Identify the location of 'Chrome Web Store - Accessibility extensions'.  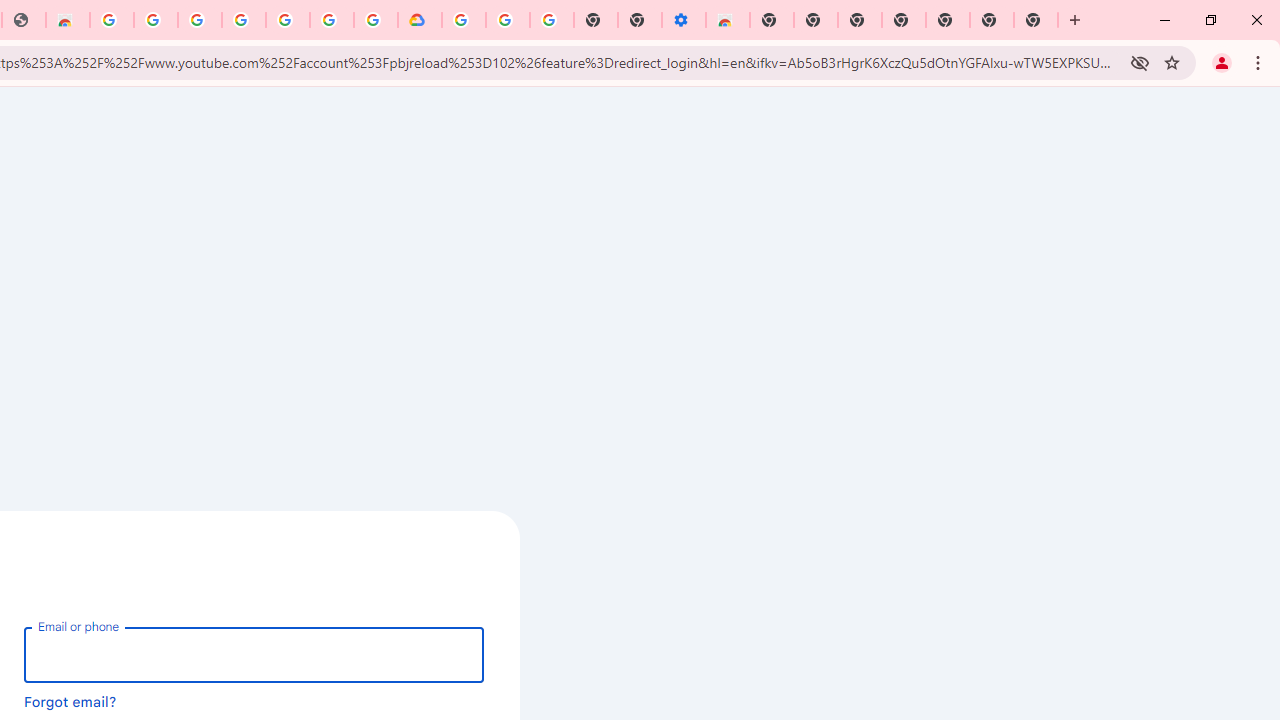
(727, 20).